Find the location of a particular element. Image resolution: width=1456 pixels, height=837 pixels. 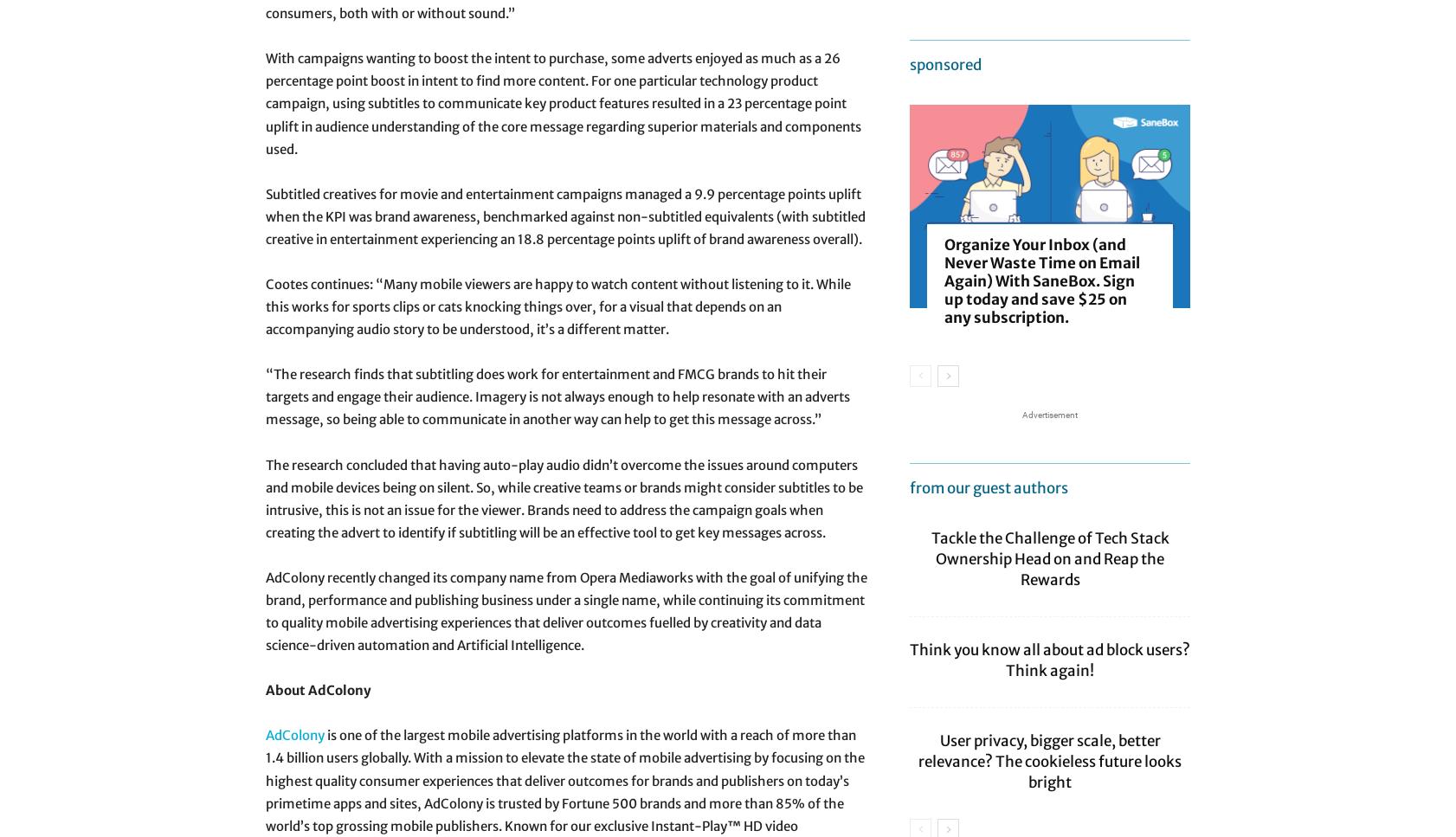

'Organize Your Inbox (and Never Waste Time on Email Again) With SaneBox. Sign up today and save $25 on any subscription.' is located at coordinates (1040, 281).